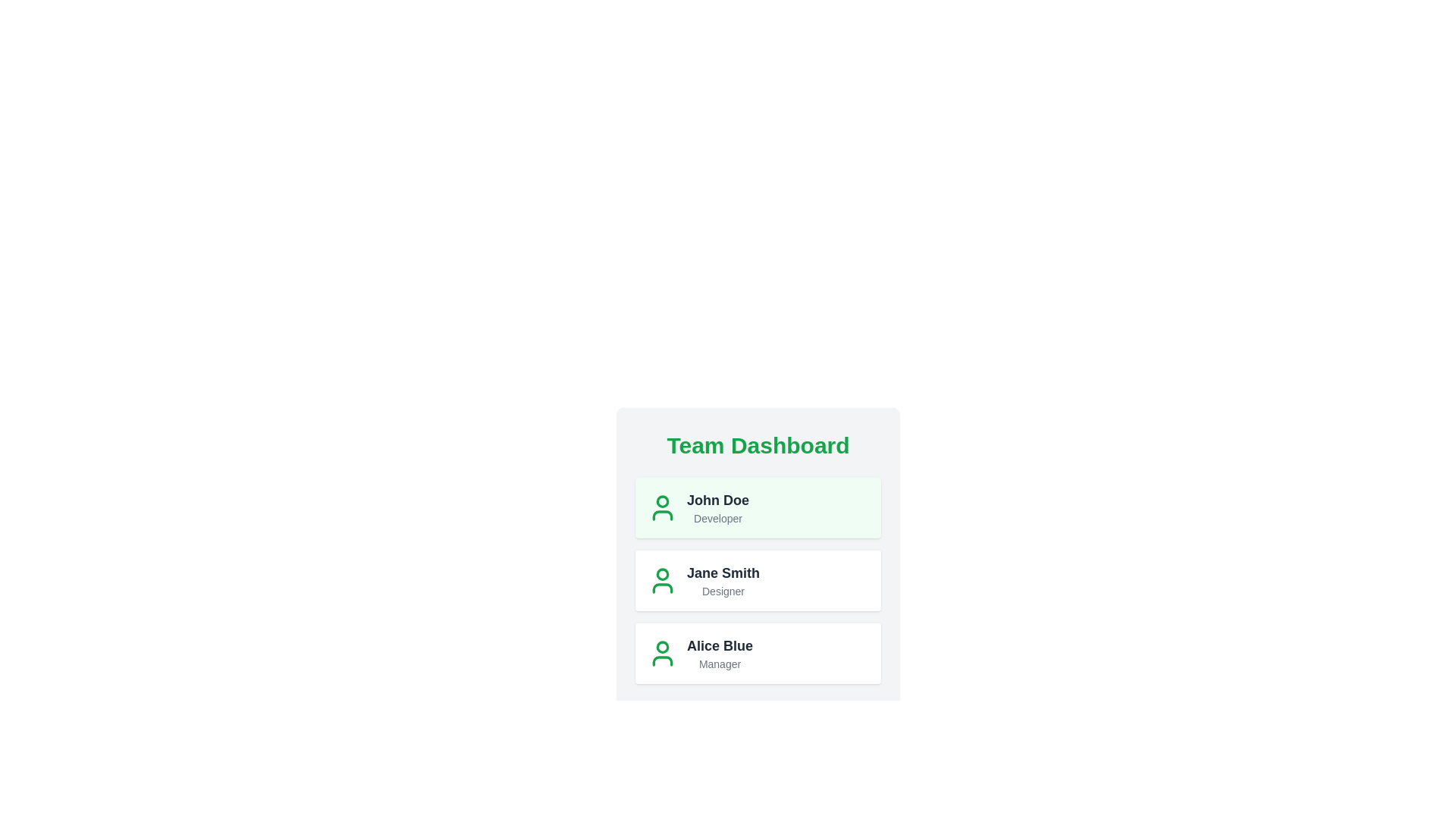 The image size is (1456, 819). What do you see at coordinates (662, 660) in the screenshot?
I see `the decorative graphic component located at the bottom of the user profile icon on the 'John Doe' card under the 'Team Dashboard' section` at bounding box center [662, 660].